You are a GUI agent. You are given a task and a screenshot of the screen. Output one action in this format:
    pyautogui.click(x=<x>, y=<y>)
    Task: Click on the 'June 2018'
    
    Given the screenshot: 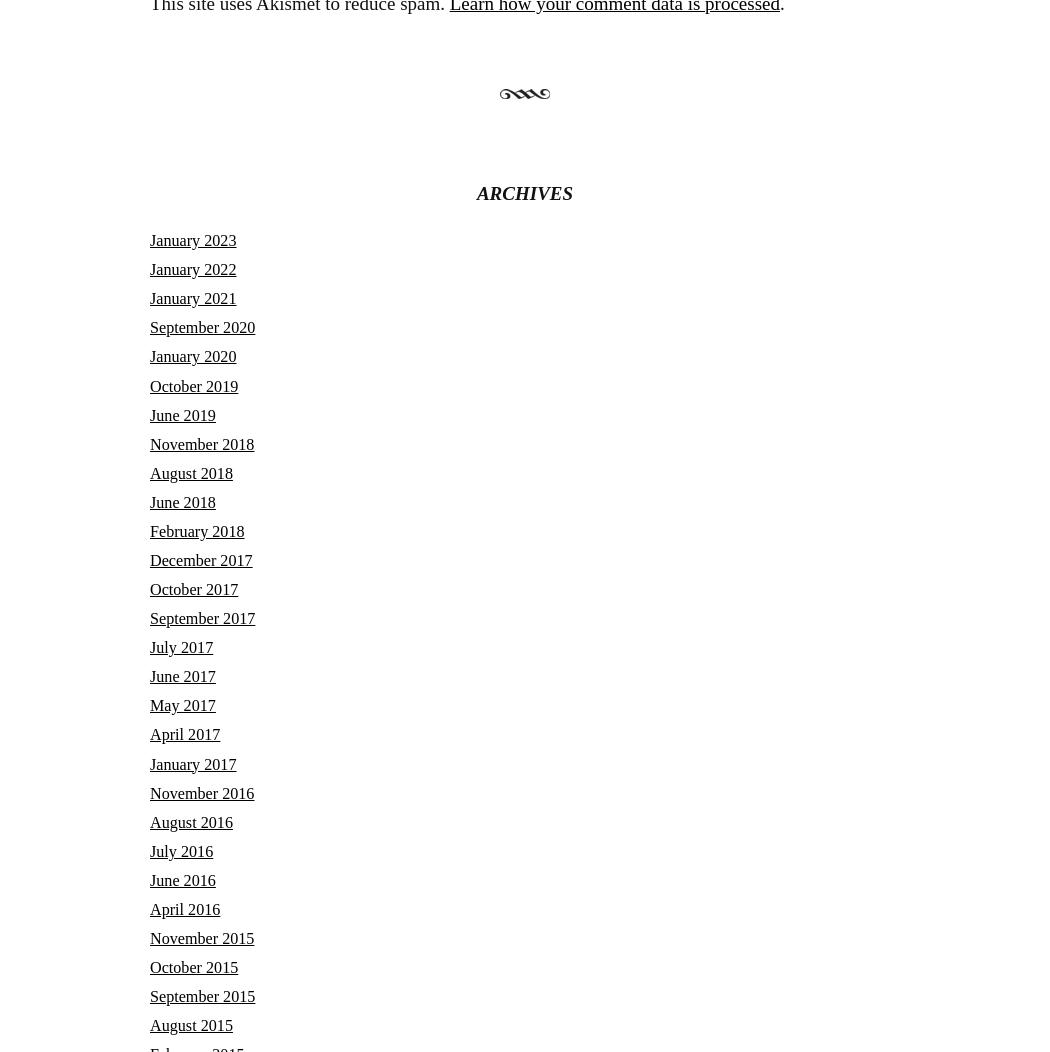 What is the action you would take?
    pyautogui.click(x=150, y=500)
    